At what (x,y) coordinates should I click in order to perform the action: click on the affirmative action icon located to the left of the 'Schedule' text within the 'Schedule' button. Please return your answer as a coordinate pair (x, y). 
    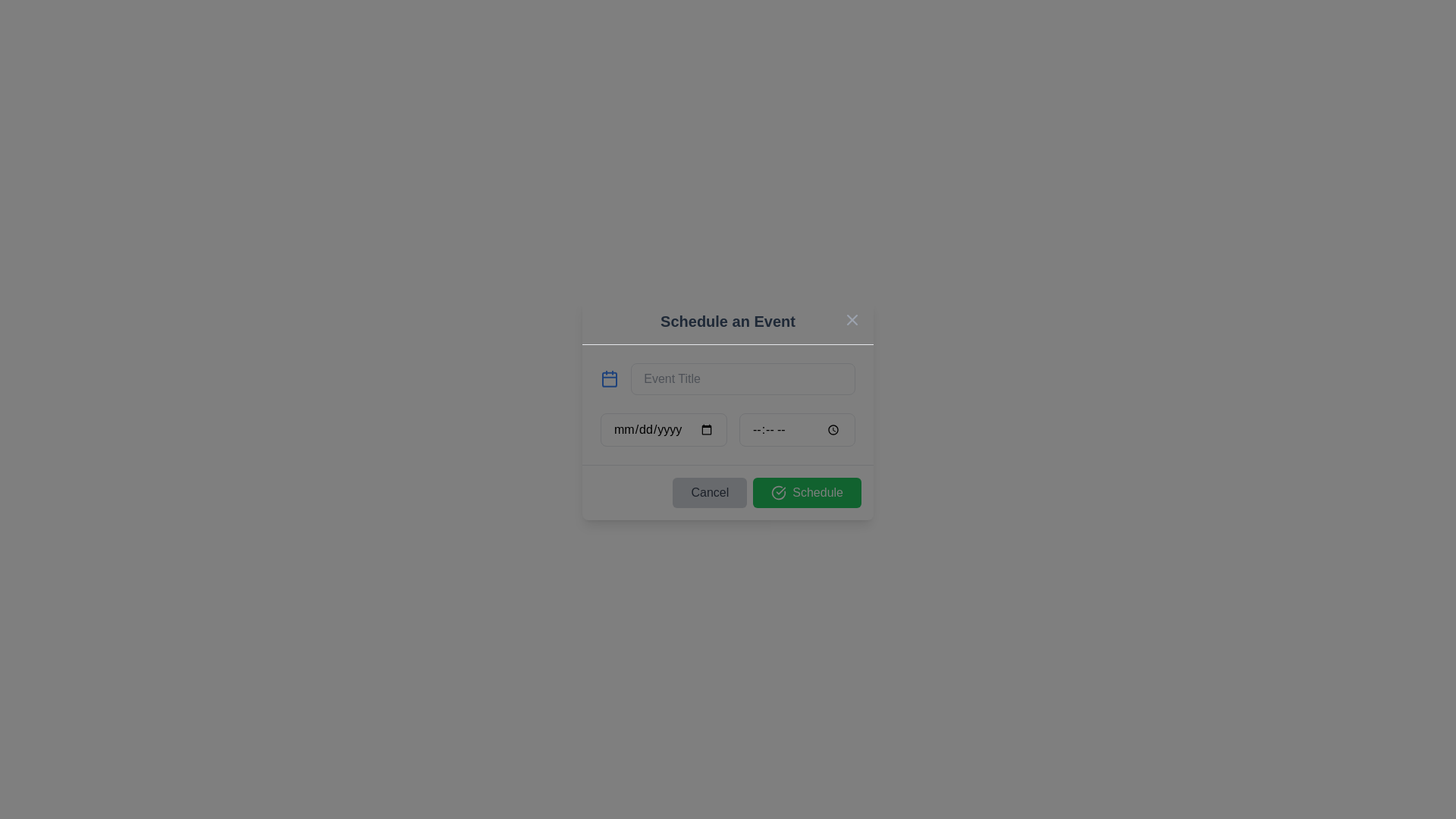
    Looking at the image, I should click on (779, 493).